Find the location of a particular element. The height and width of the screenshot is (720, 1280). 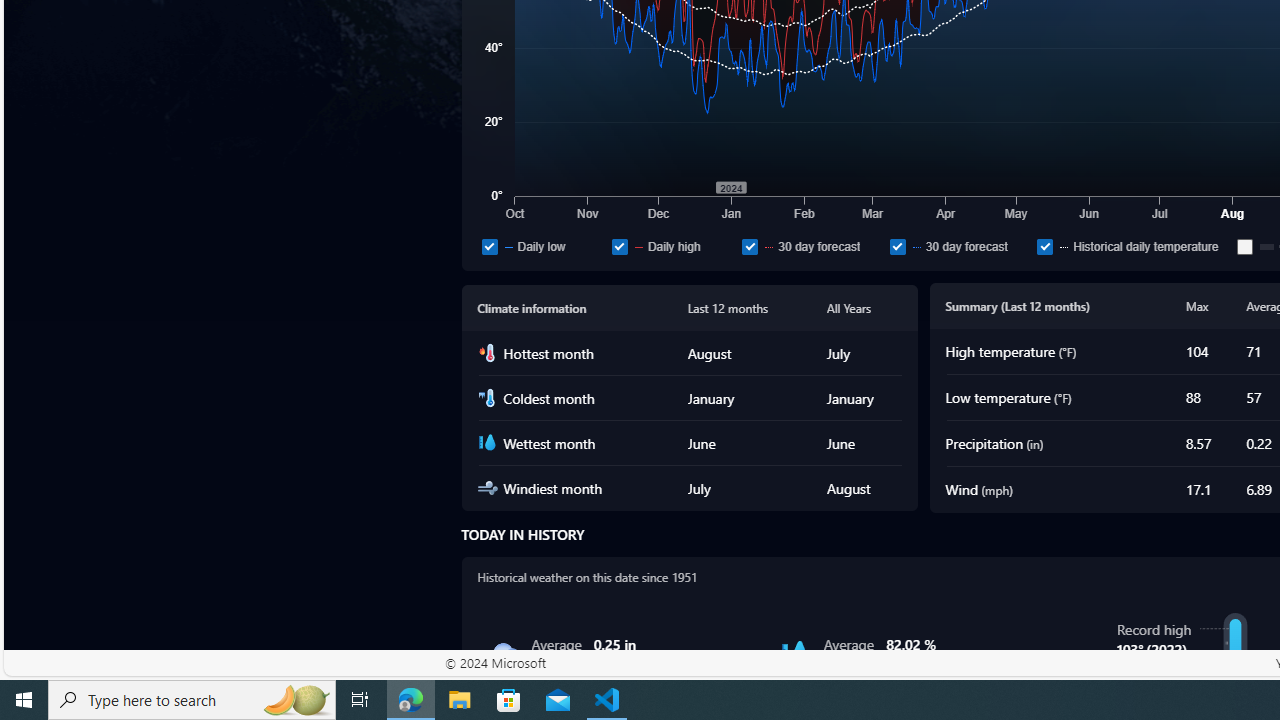

'30 day forecast' is located at coordinates (896, 245).